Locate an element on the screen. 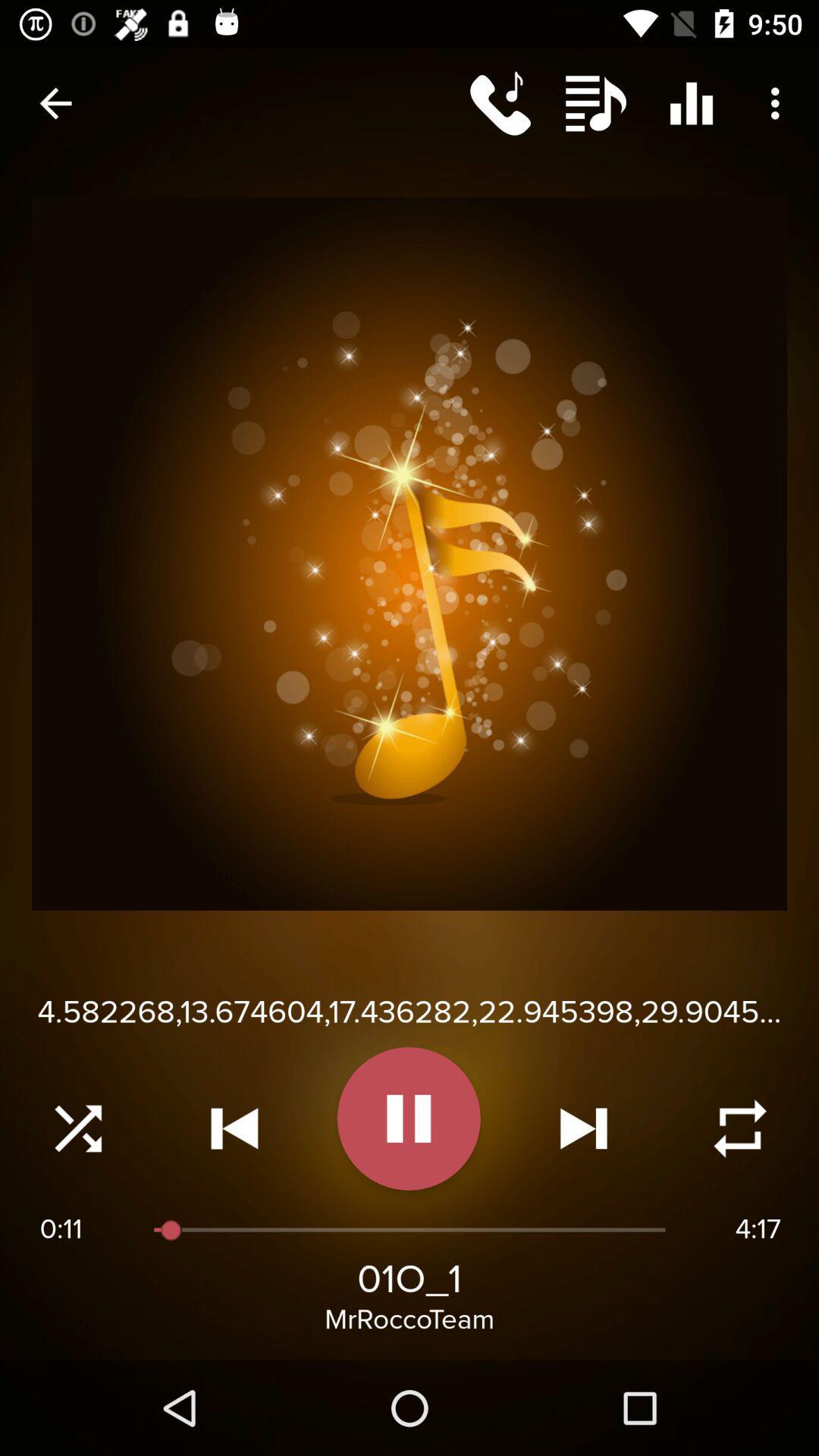 The height and width of the screenshot is (1456, 819). previous song is located at coordinates (234, 1128).